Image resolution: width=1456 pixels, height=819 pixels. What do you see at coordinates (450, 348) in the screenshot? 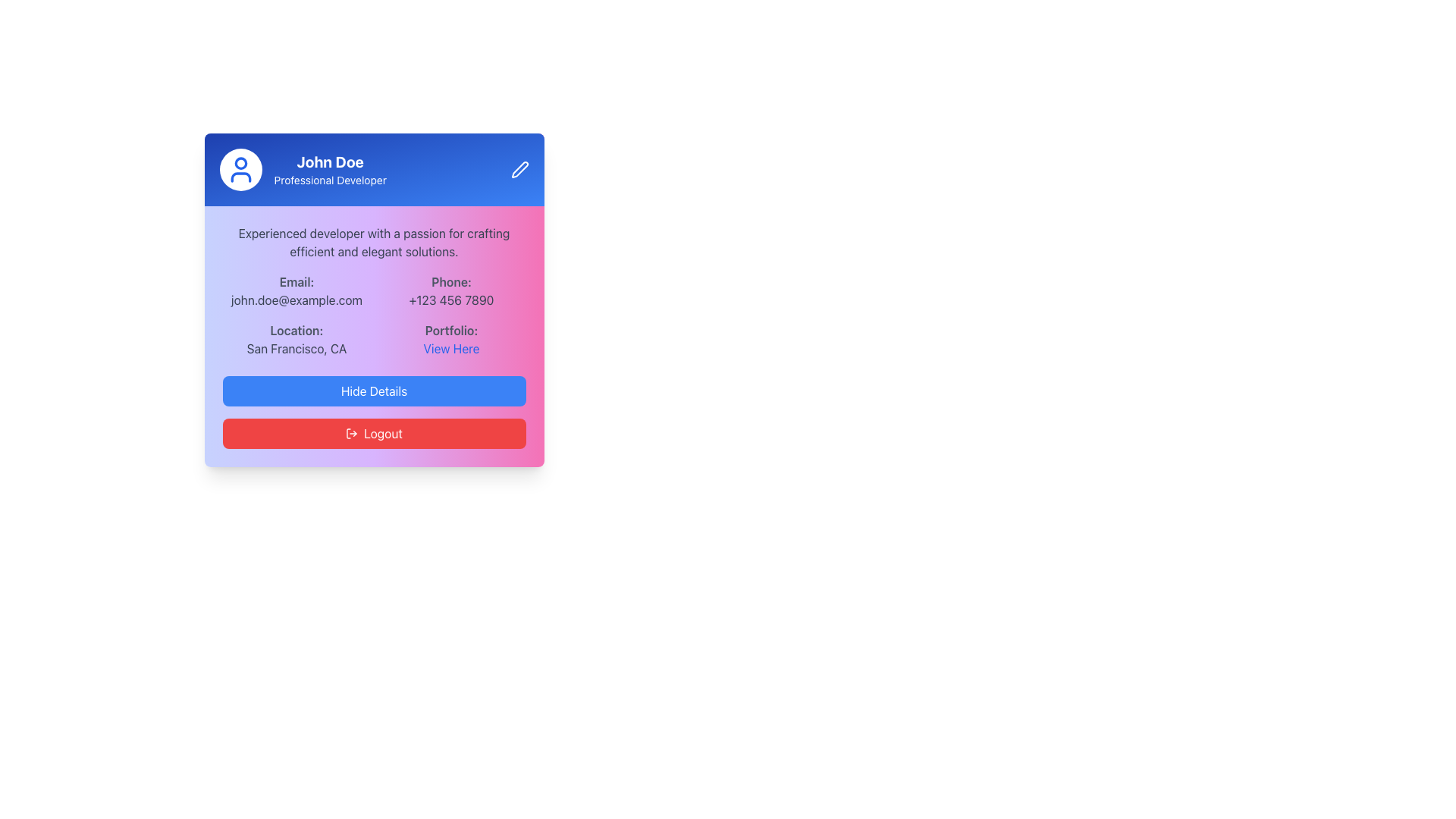
I see `the hyperlink displaying 'View Here' in blue font color with an underline, located below the label 'Portfolio:' in the lower-right section of the card` at bounding box center [450, 348].